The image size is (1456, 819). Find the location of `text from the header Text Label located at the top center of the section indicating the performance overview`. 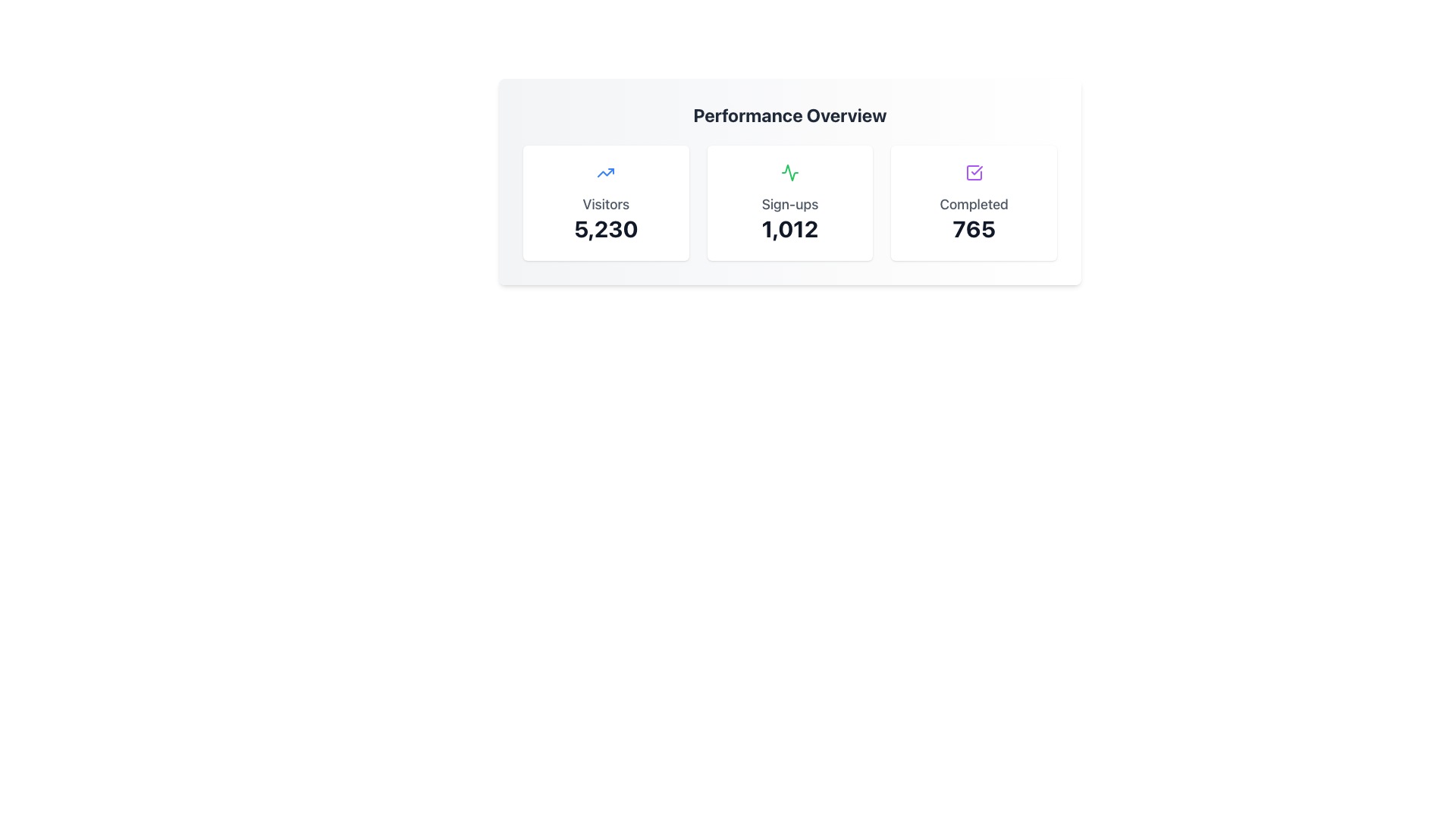

text from the header Text Label located at the top center of the section indicating the performance overview is located at coordinates (789, 114).